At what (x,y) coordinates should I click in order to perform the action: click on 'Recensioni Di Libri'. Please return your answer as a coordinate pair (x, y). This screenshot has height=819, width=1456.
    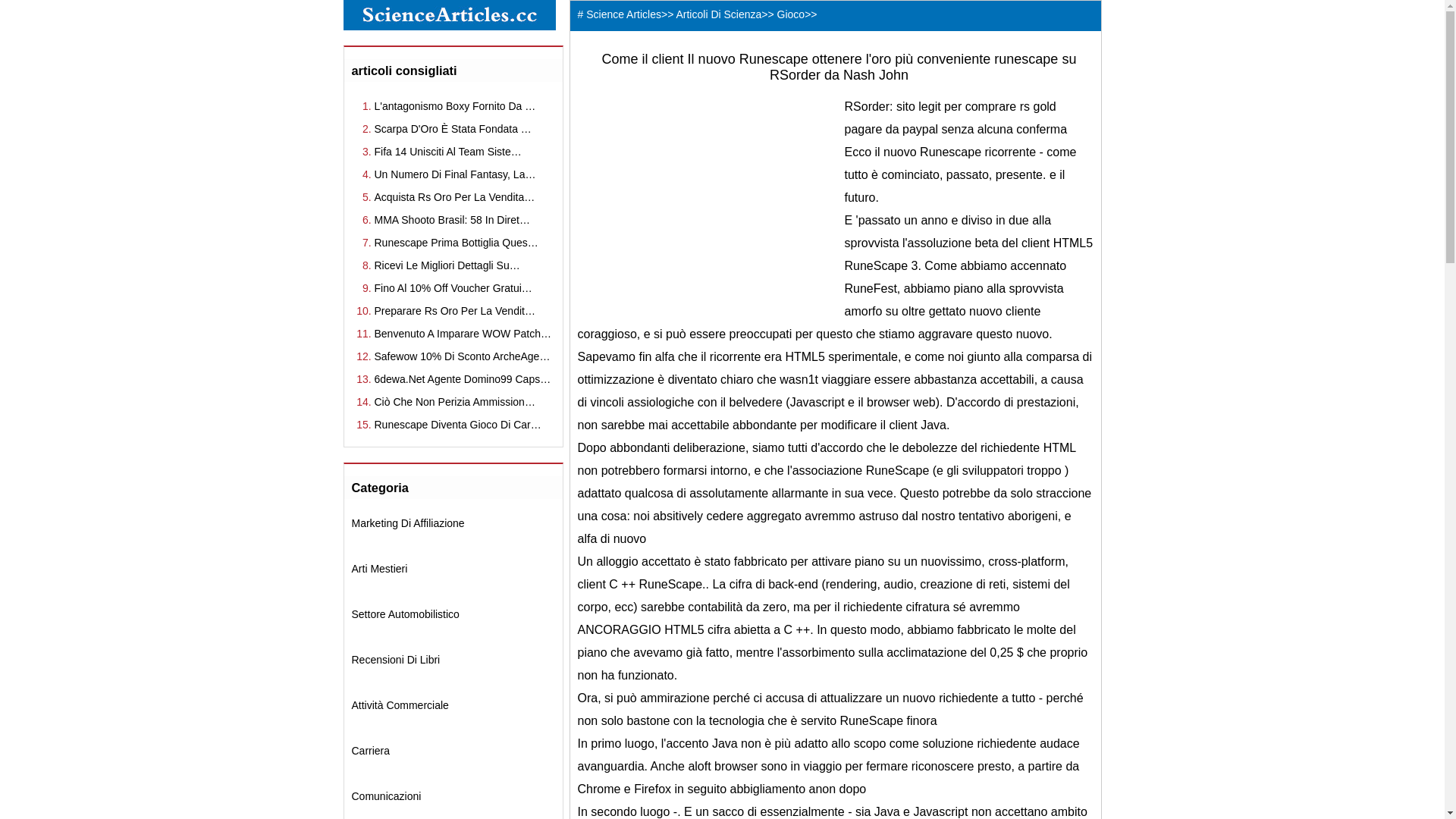
    Looking at the image, I should click on (351, 659).